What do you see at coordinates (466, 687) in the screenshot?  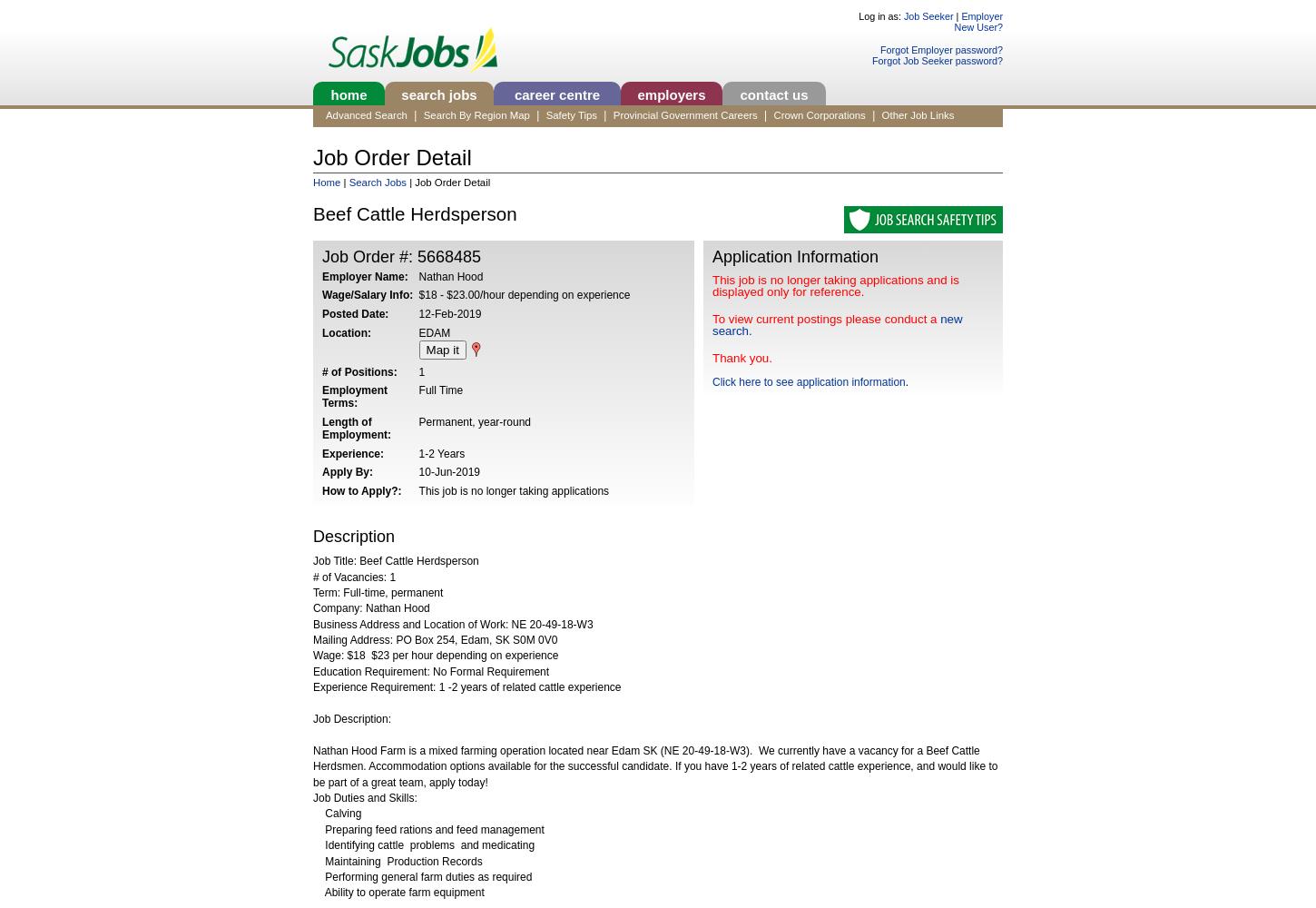 I see `'Experience Requirement: 1 -2 years of related cattle experience'` at bounding box center [466, 687].